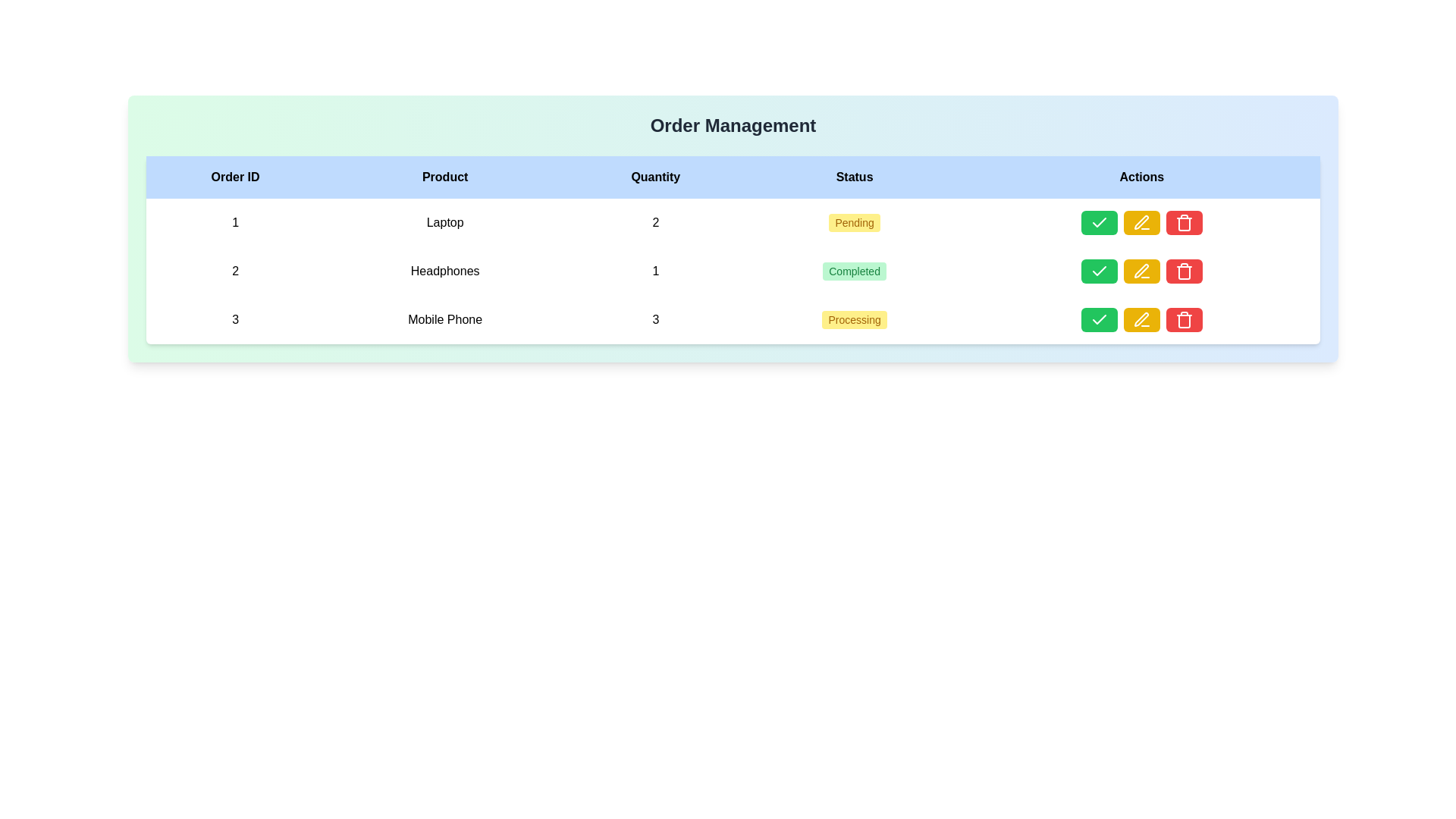  I want to click on on the second row of the table, which contains details about an order, so click(733, 271).